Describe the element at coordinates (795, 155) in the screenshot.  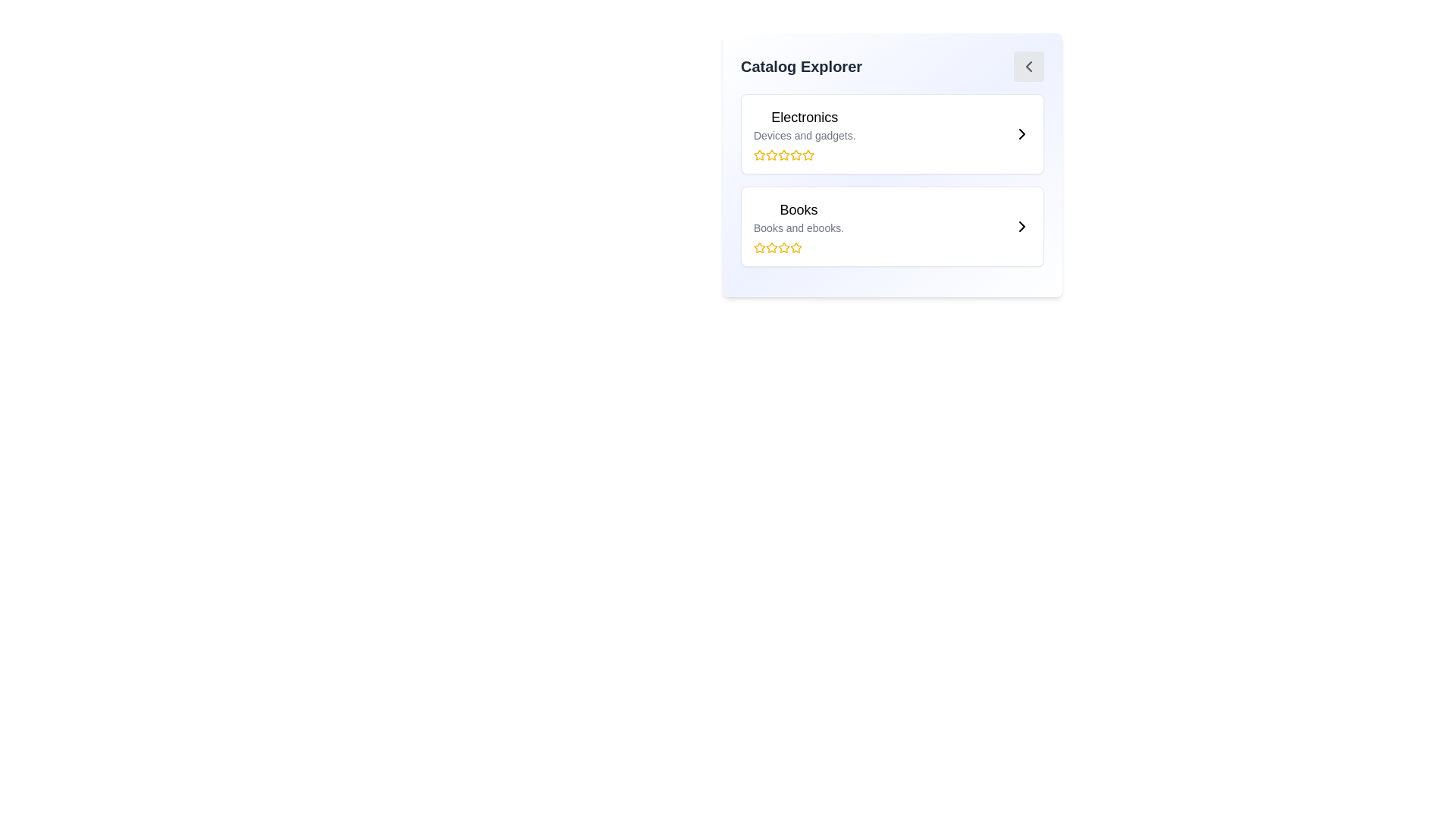
I see `the sixth star-shaped icon with a yellow outline in the rating component below the 'Electronics' section header in the 'Catalog Explorer' panel` at that location.